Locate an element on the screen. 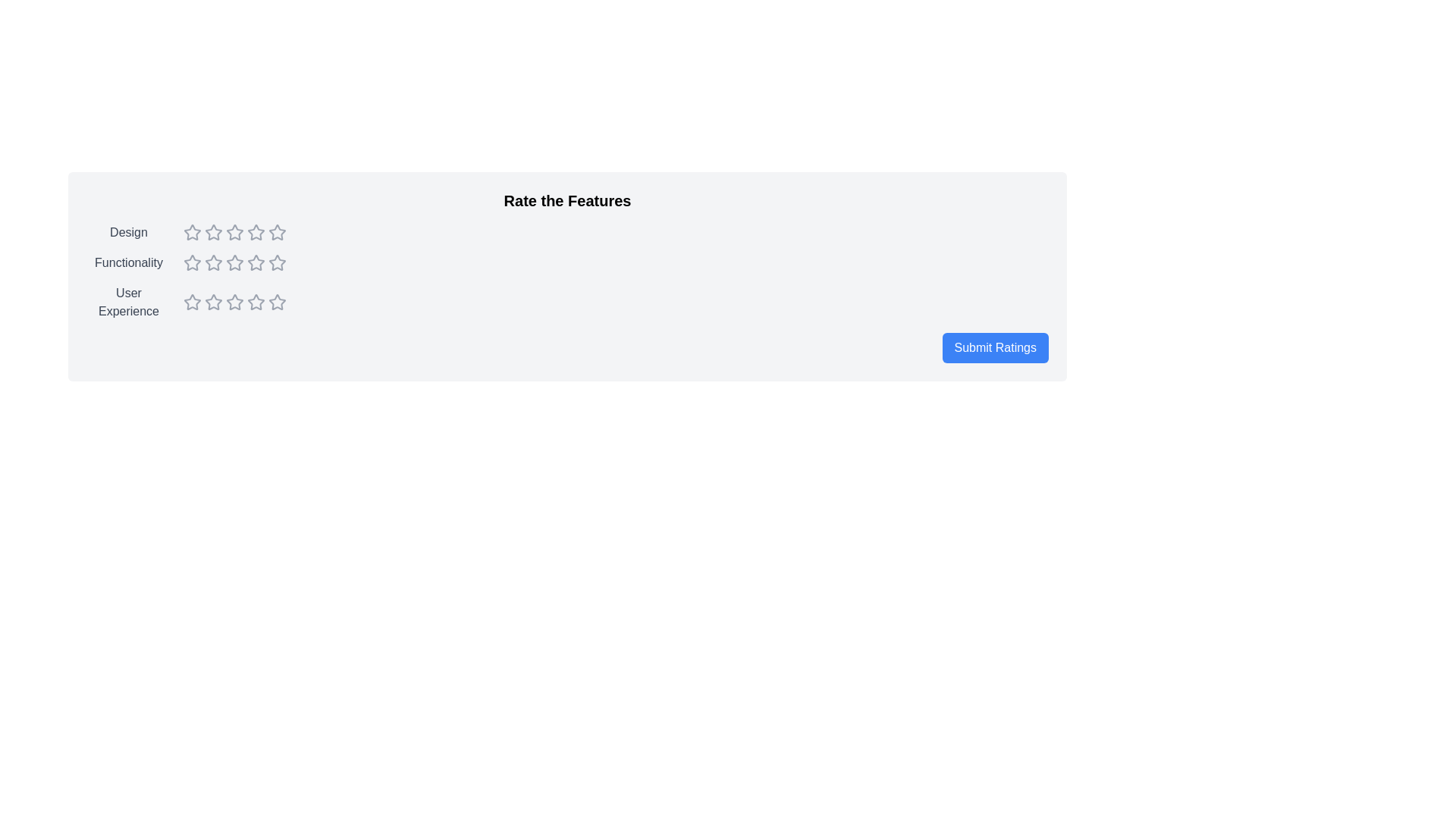  the third hollow star icon in the 'User Experience' rating row is located at coordinates (256, 302).